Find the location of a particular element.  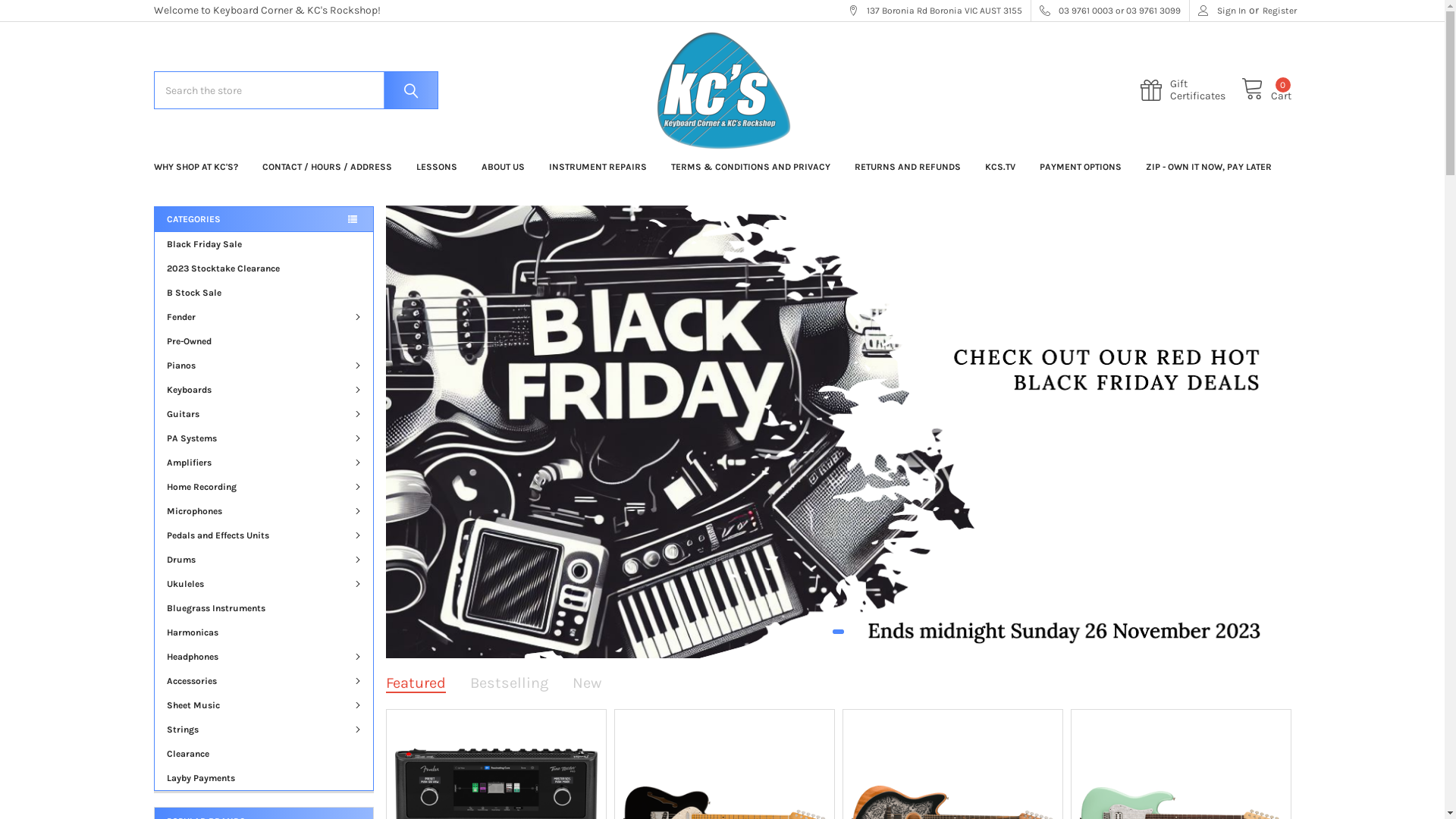

'INSTRUMENT REPAIRS' is located at coordinates (597, 166).